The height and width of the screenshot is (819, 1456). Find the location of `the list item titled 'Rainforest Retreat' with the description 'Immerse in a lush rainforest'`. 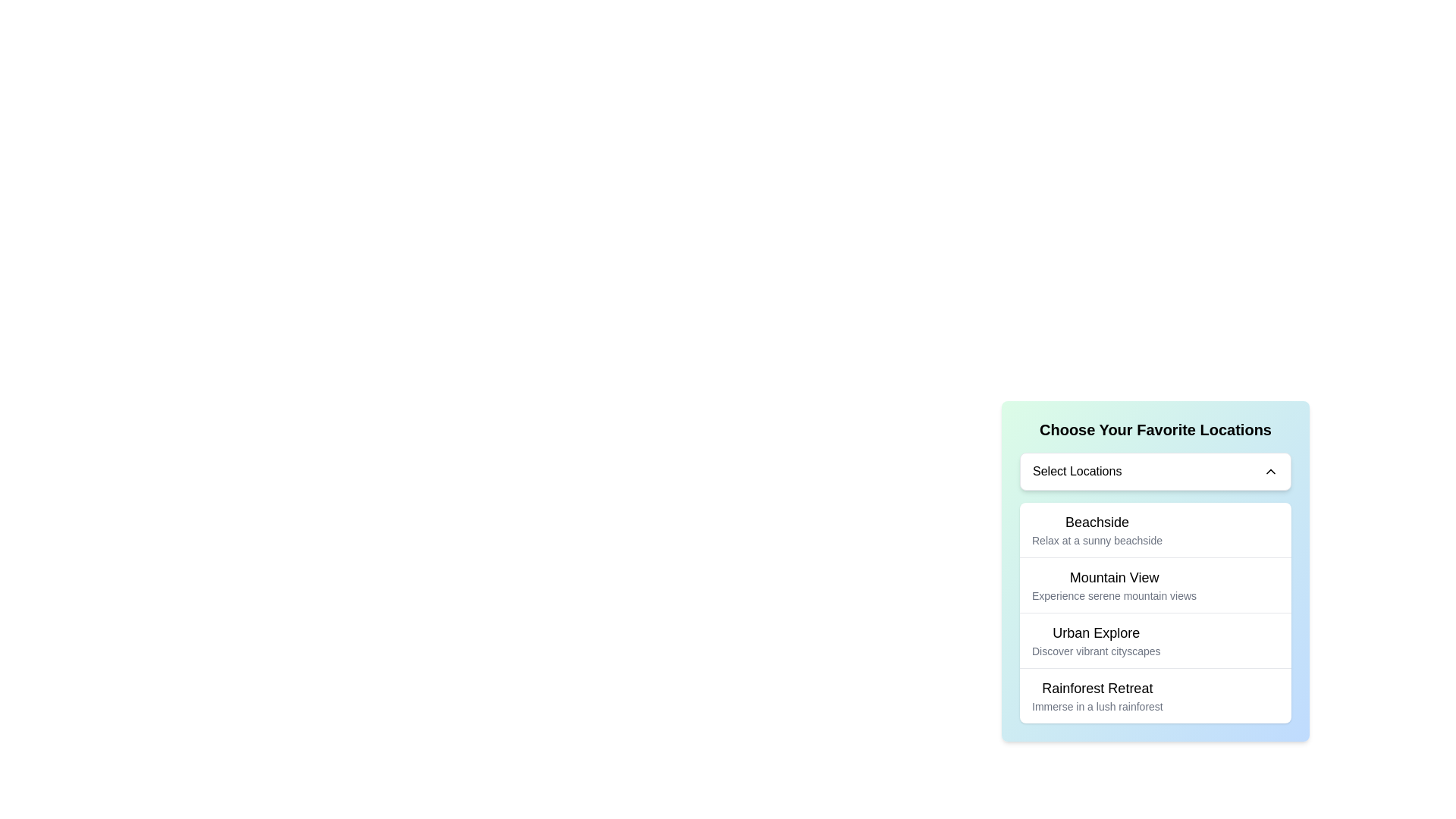

the list item titled 'Rainforest Retreat' with the description 'Immerse in a lush rainforest' is located at coordinates (1097, 696).